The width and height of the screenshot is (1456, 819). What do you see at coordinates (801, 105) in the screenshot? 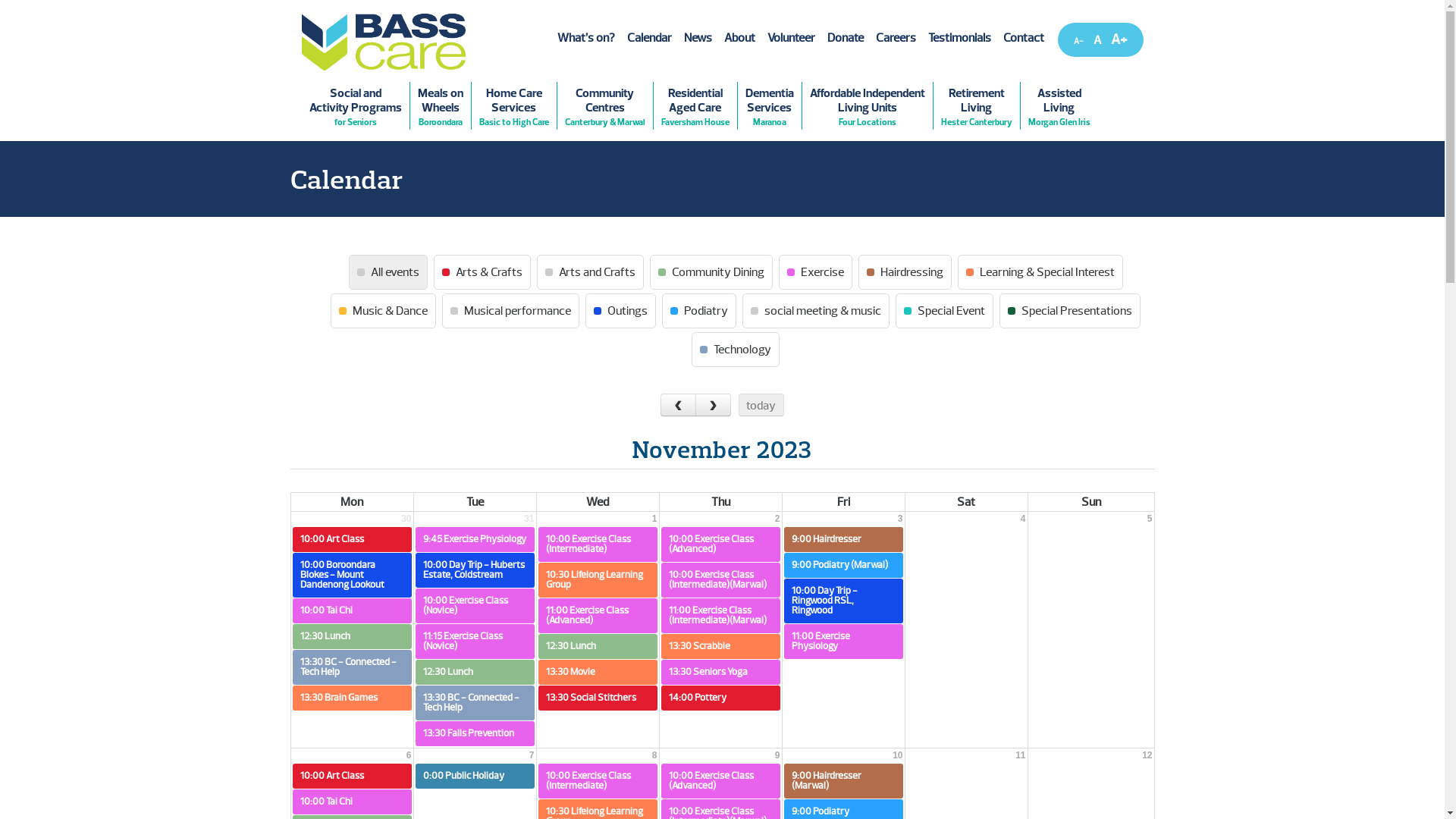
I see `'Affordable Independent` at bounding box center [801, 105].